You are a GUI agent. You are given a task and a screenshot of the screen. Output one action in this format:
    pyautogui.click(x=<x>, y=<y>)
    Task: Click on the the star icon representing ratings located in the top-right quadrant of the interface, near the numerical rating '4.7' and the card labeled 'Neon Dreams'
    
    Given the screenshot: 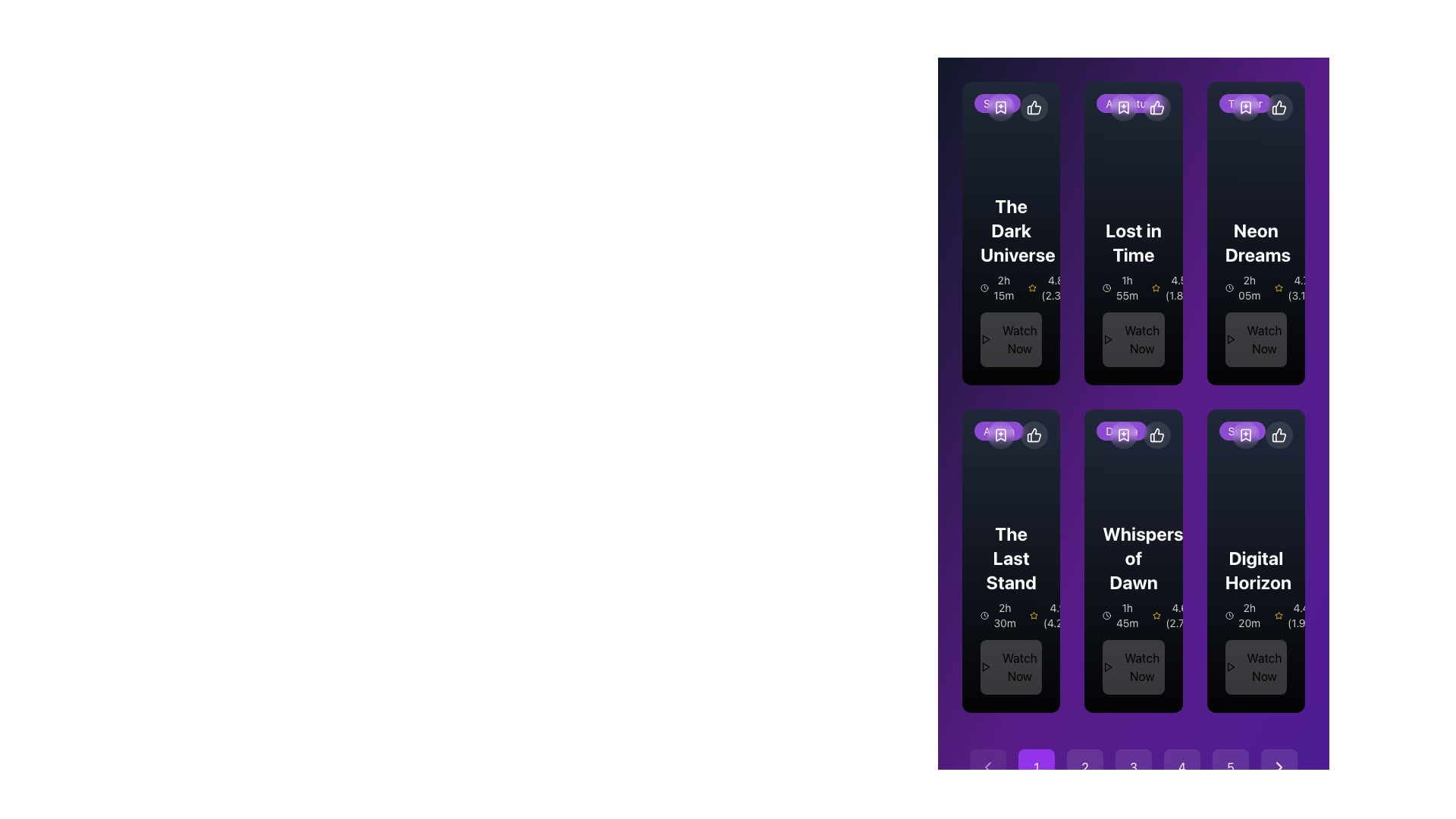 What is the action you would take?
    pyautogui.click(x=1278, y=288)
    